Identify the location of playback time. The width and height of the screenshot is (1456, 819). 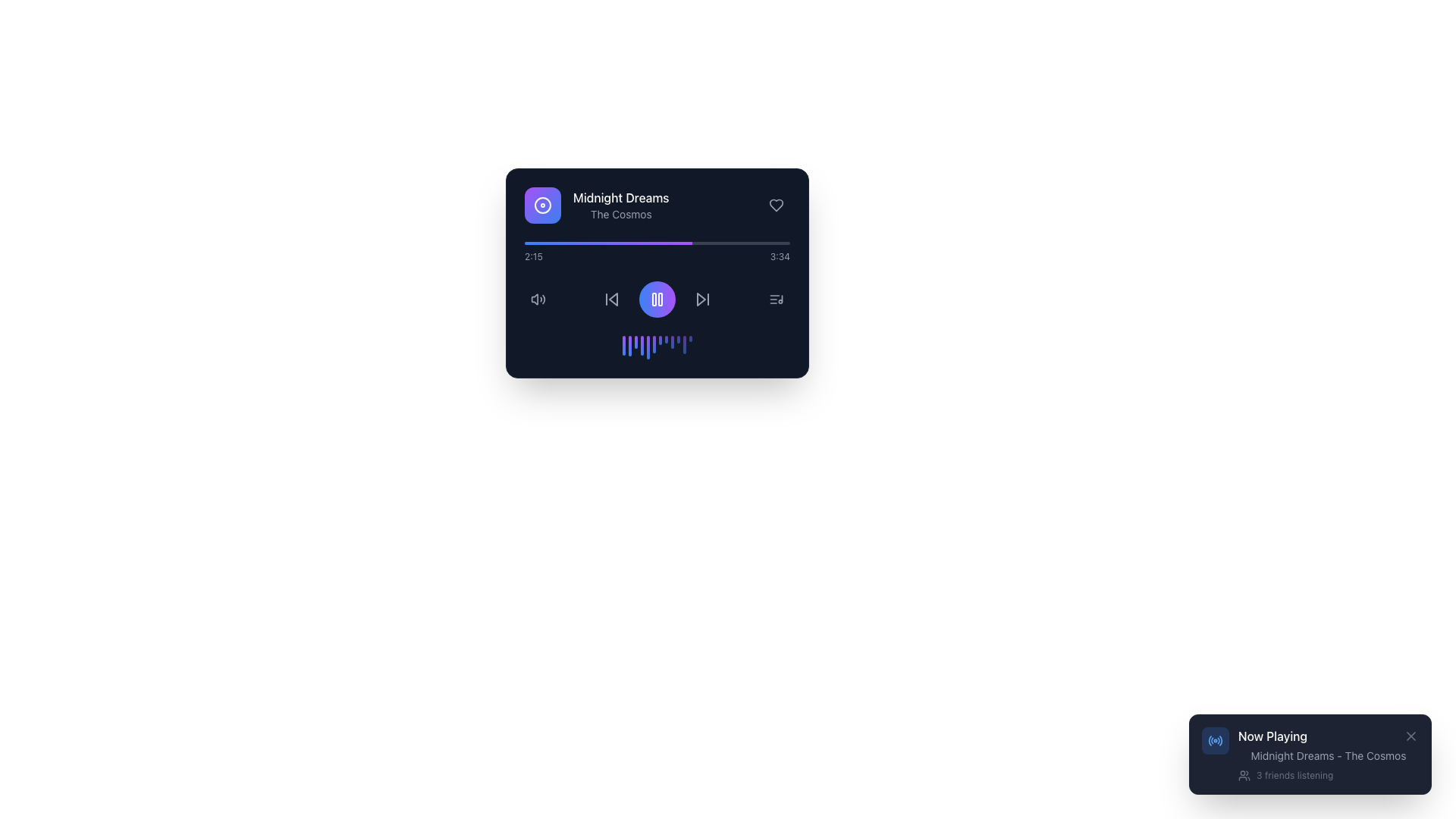
(706, 242).